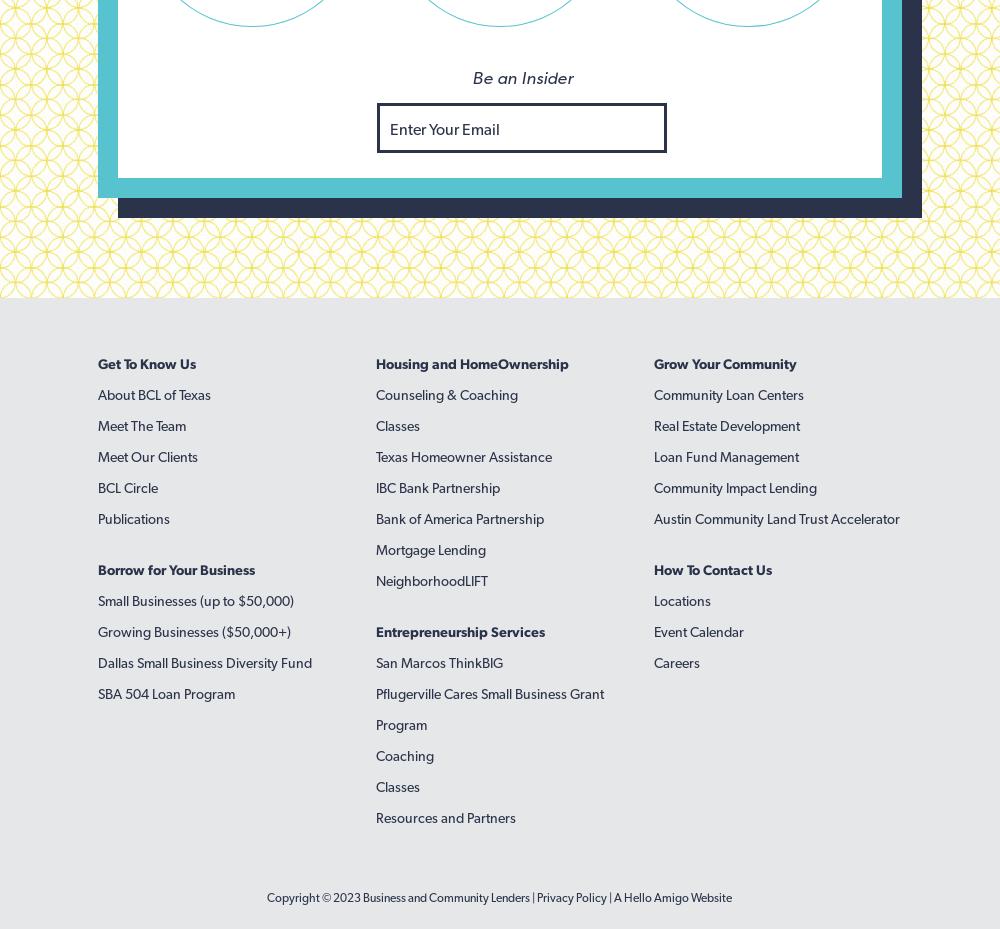  What do you see at coordinates (681, 599) in the screenshot?
I see `'Locations'` at bounding box center [681, 599].